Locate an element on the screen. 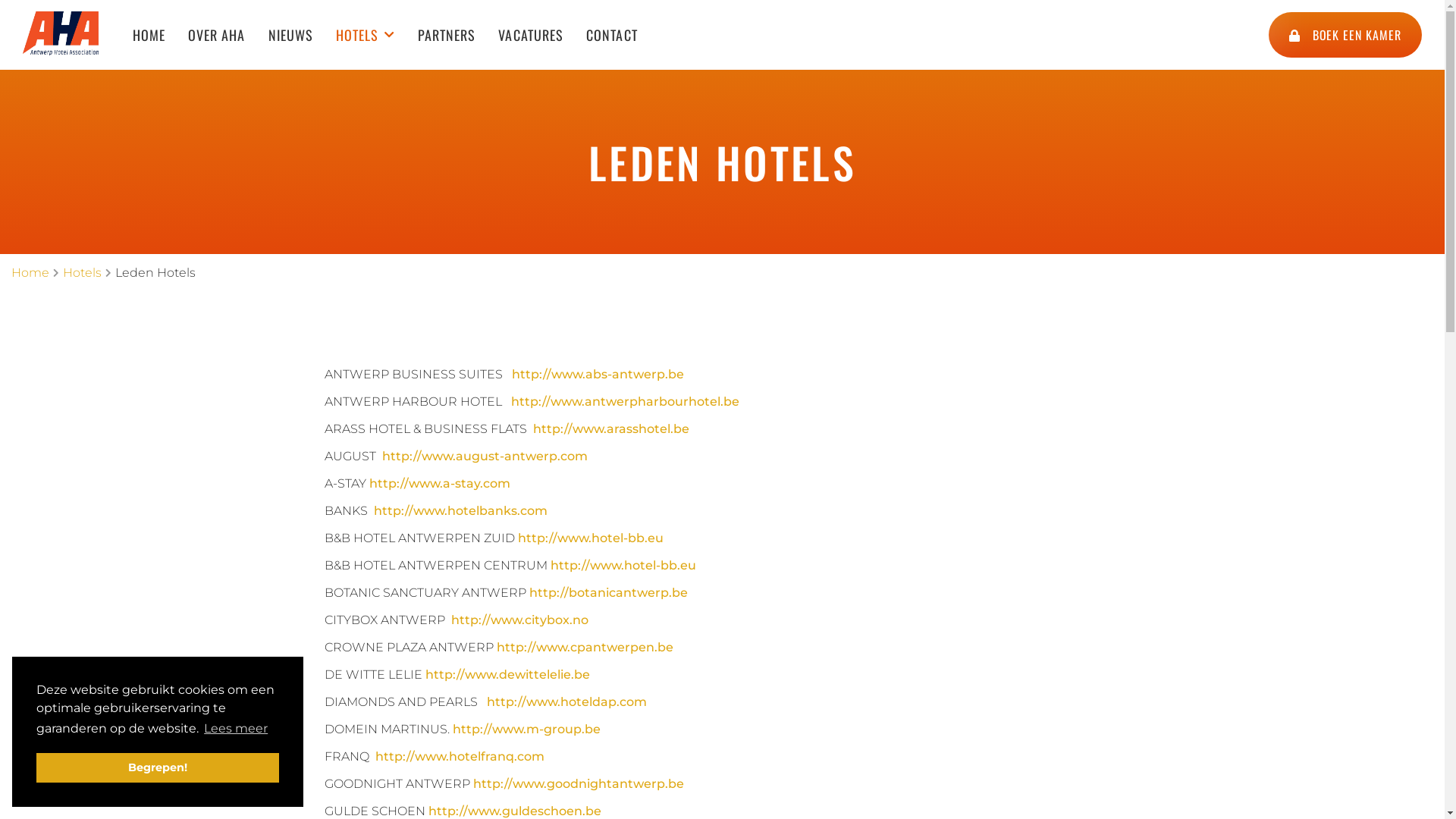 This screenshot has height=819, width=1456. 'BOEK EEN KAMER' is located at coordinates (1345, 34).